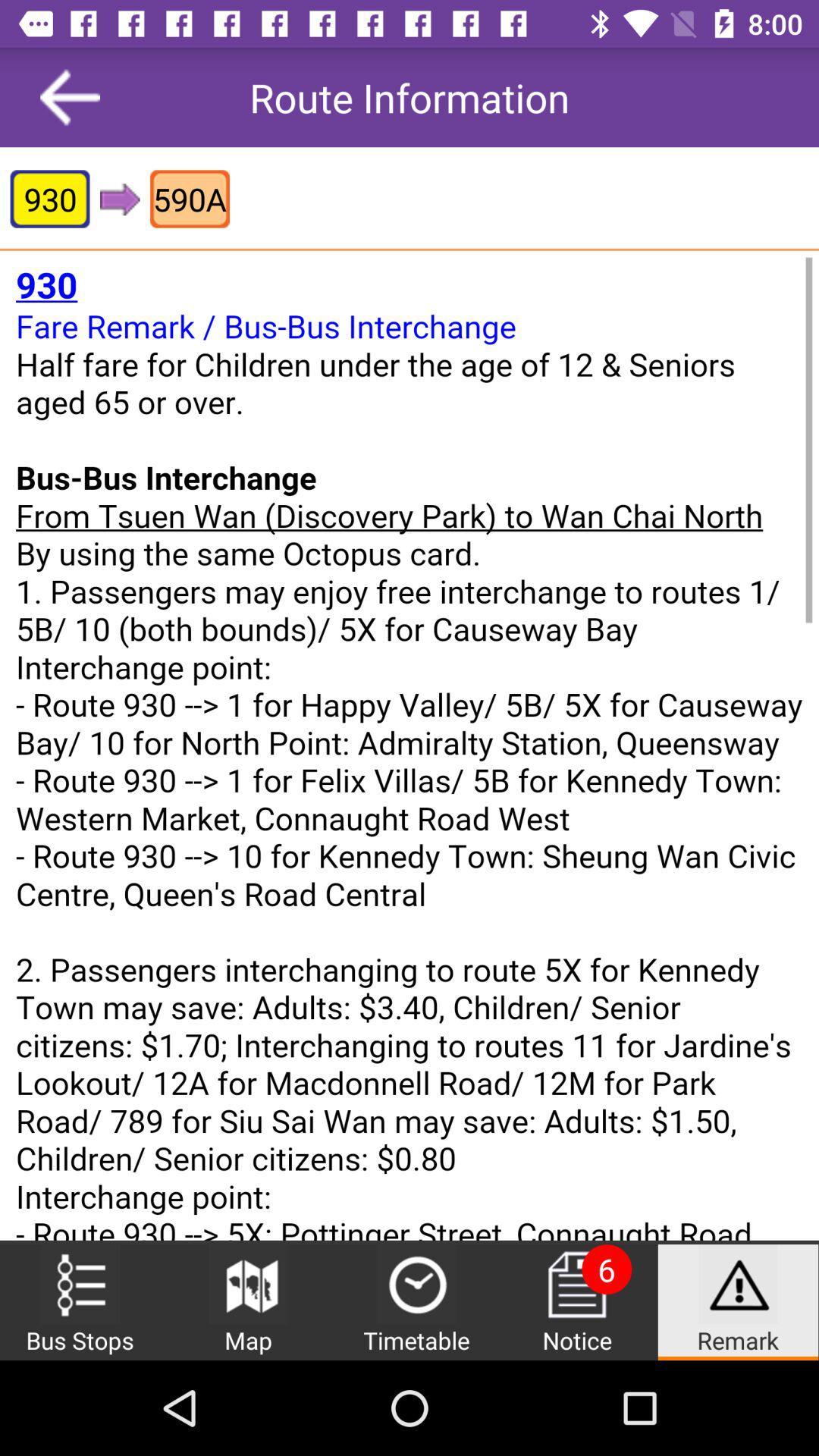  What do you see at coordinates (70, 96) in the screenshot?
I see `the arrow_backward icon` at bounding box center [70, 96].